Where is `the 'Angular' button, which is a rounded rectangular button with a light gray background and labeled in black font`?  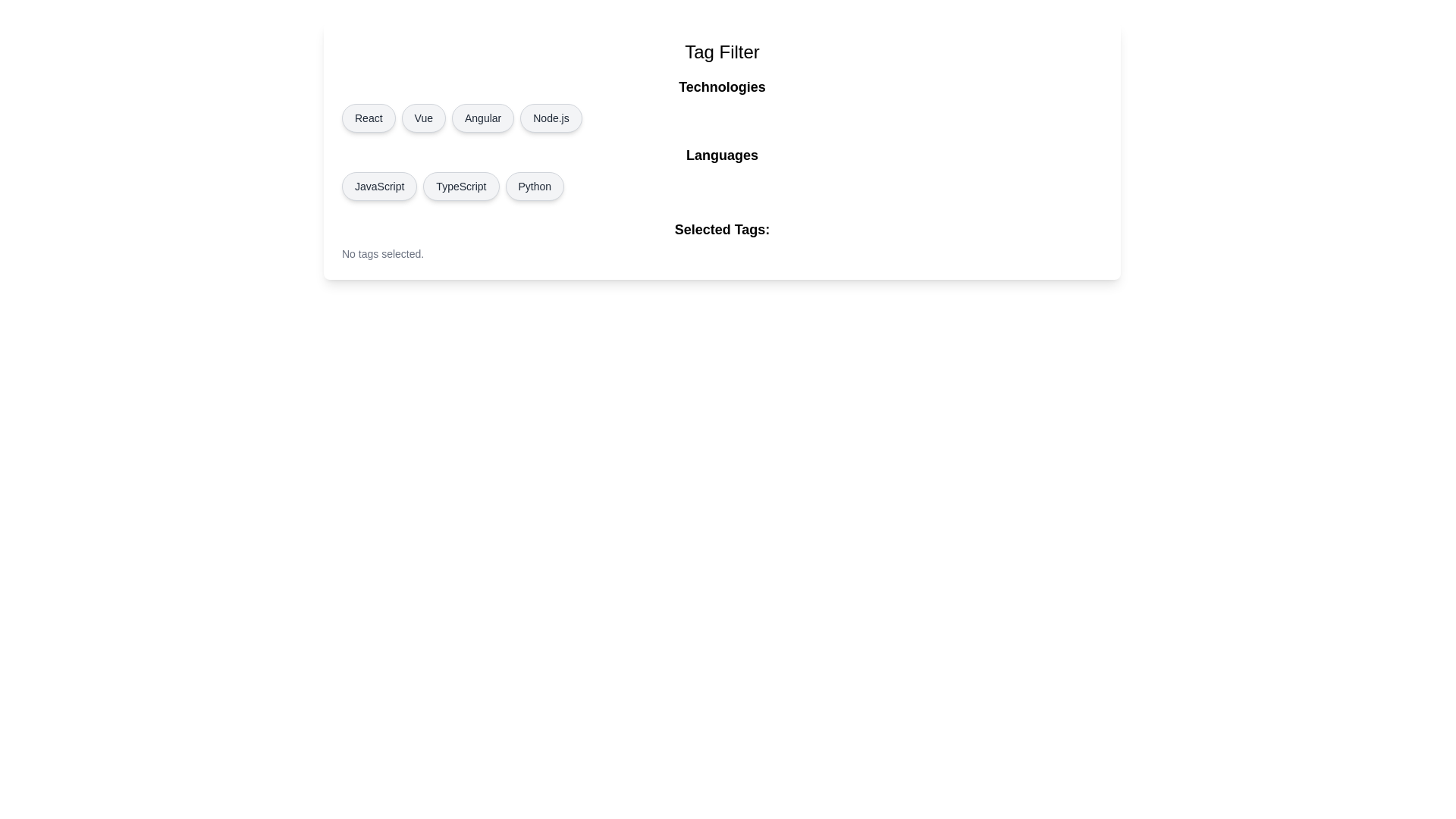 the 'Angular' button, which is a rounded rectangular button with a light gray background and labeled in black font is located at coordinates (482, 117).